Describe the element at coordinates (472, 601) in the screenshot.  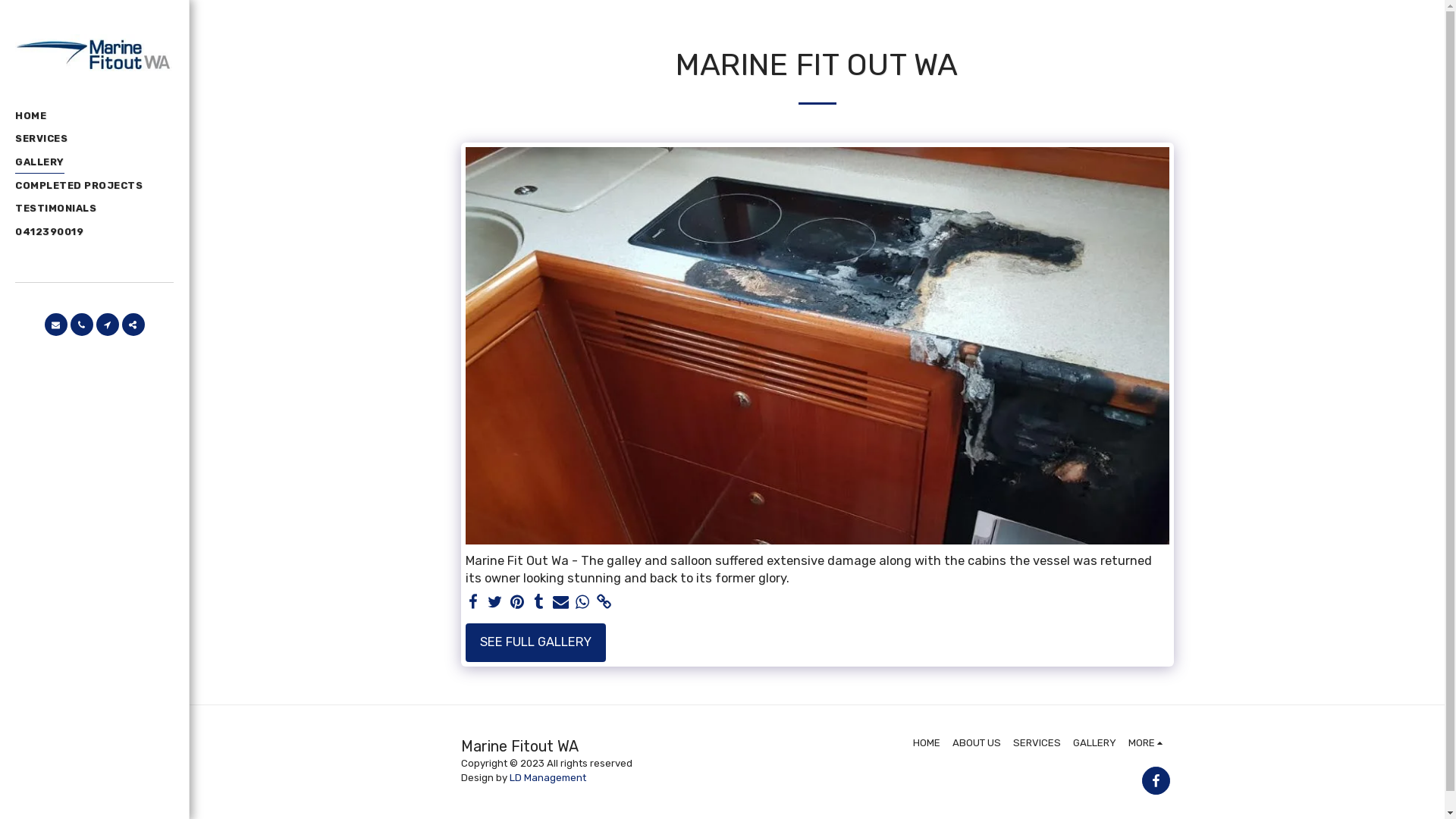
I see `' '` at that location.